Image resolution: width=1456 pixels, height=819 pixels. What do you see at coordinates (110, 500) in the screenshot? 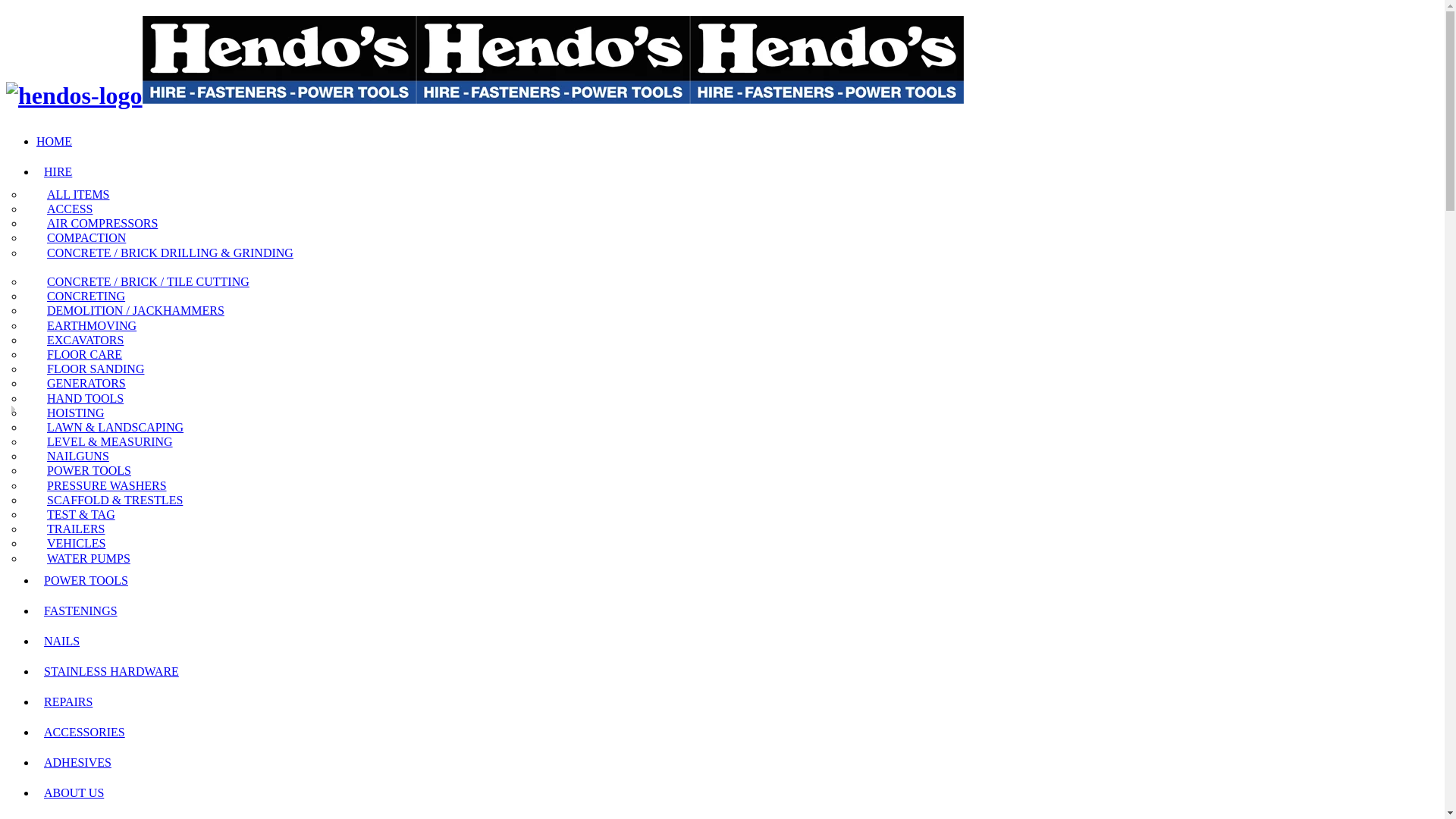
I see `'SCAFFOLD & TRESTLES'` at bounding box center [110, 500].